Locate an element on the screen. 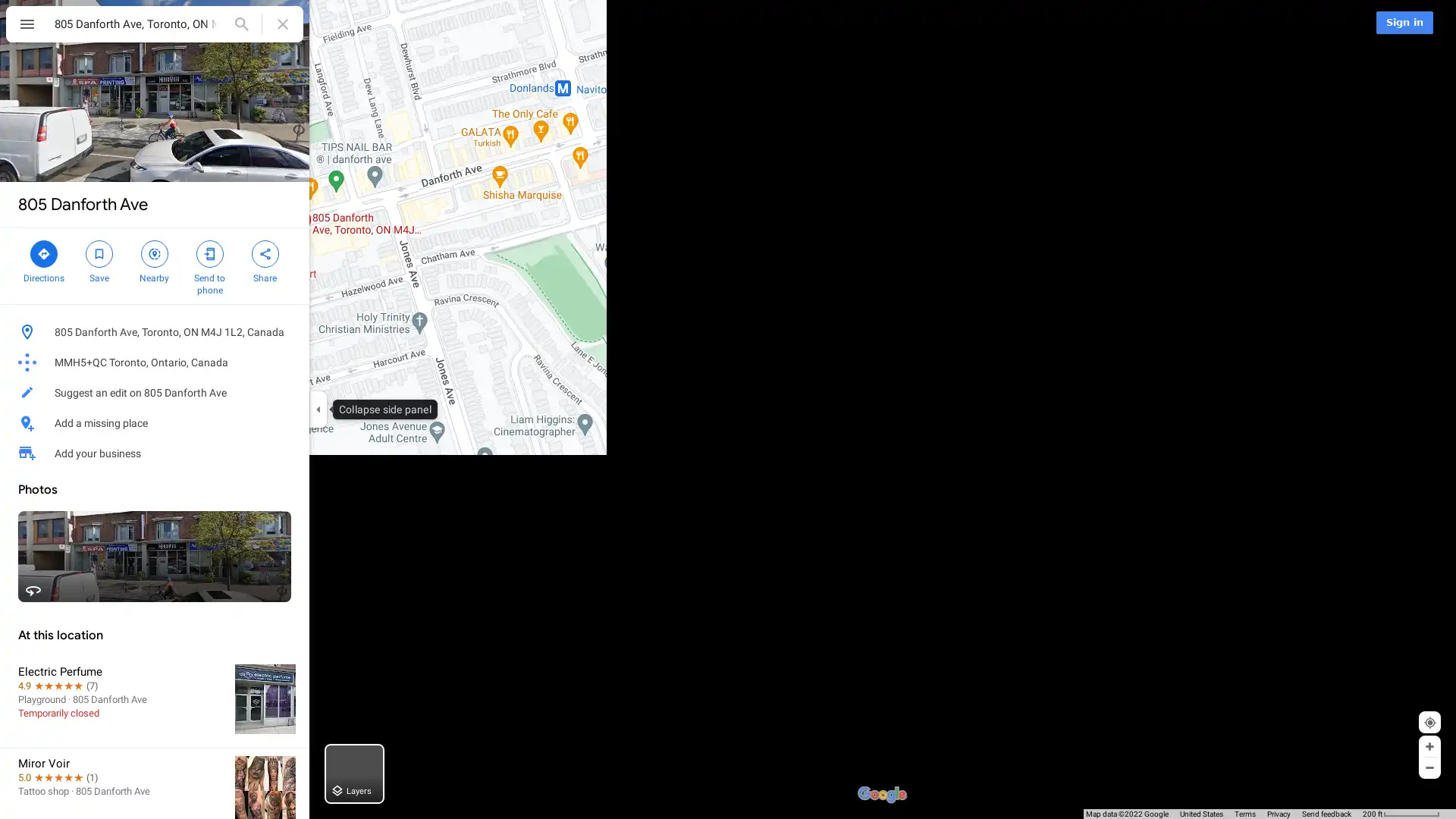 The height and width of the screenshot is (819, 1456). Collapse side panel is located at coordinates (317, 409).